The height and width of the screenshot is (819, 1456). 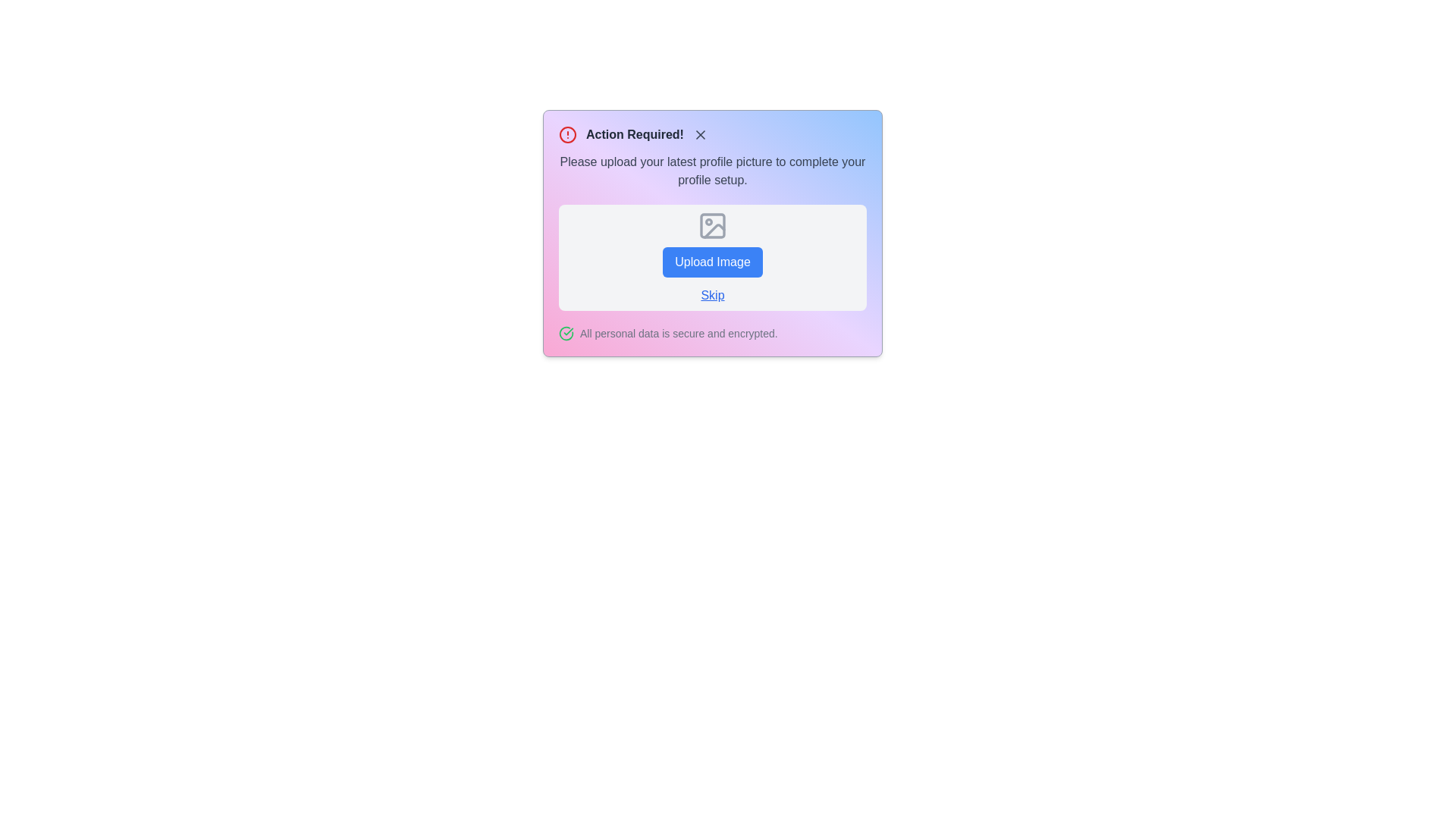 I want to click on close button to dismiss the alert, so click(x=699, y=133).